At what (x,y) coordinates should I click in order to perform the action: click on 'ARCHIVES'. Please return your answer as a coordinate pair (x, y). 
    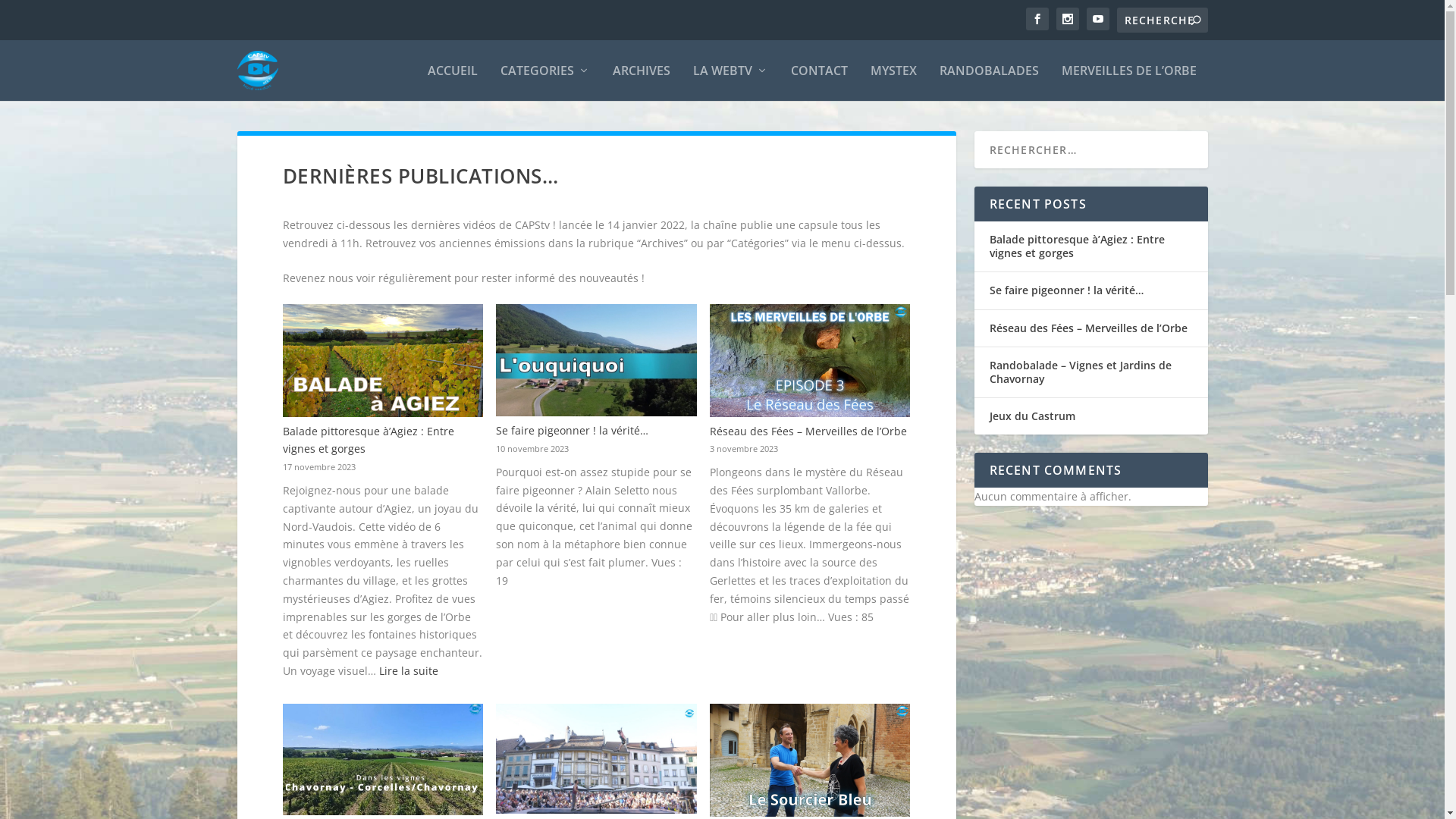
    Looking at the image, I should click on (641, 82).